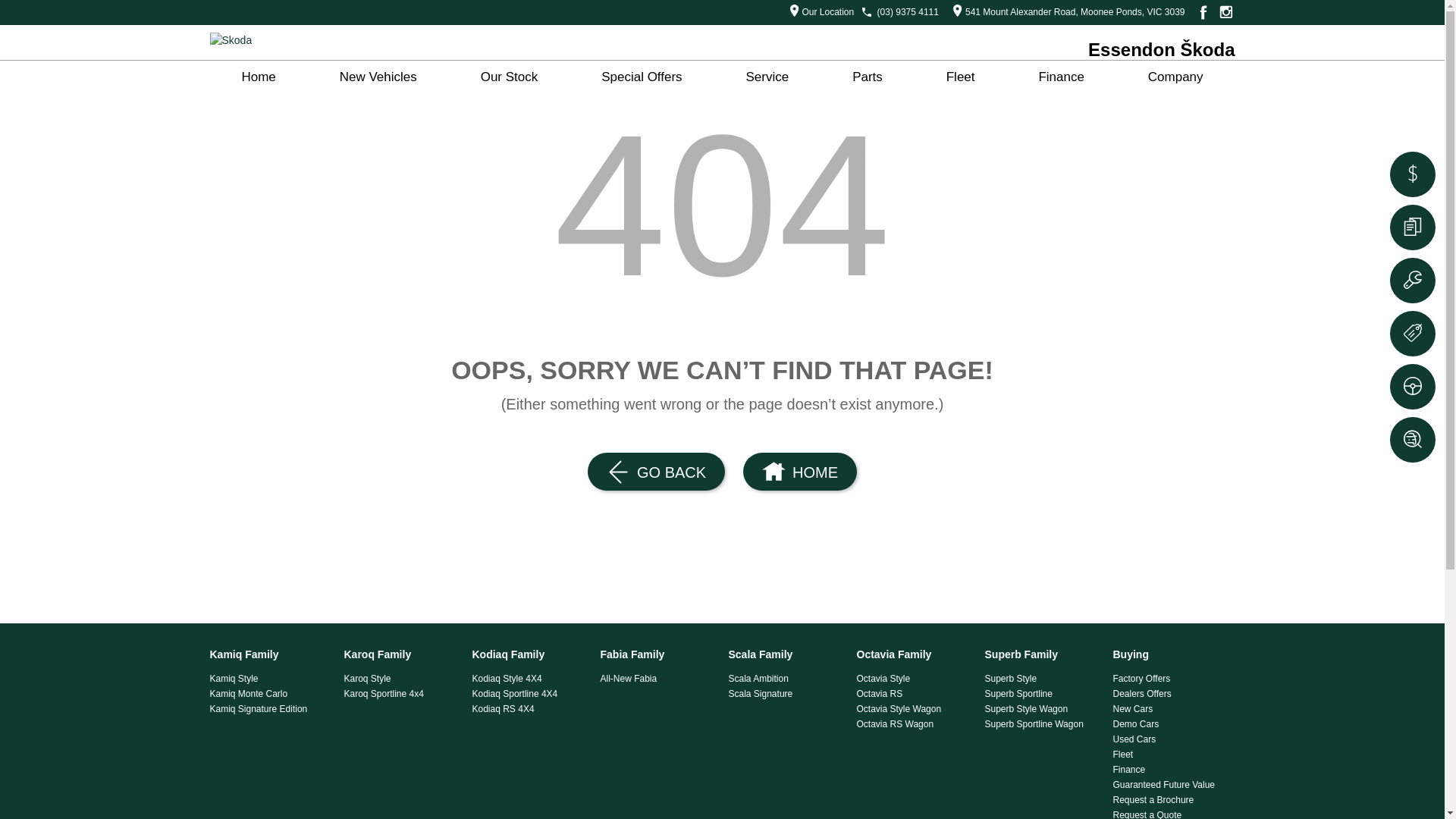  I want to click on 'Our Location', so click(817, 11).